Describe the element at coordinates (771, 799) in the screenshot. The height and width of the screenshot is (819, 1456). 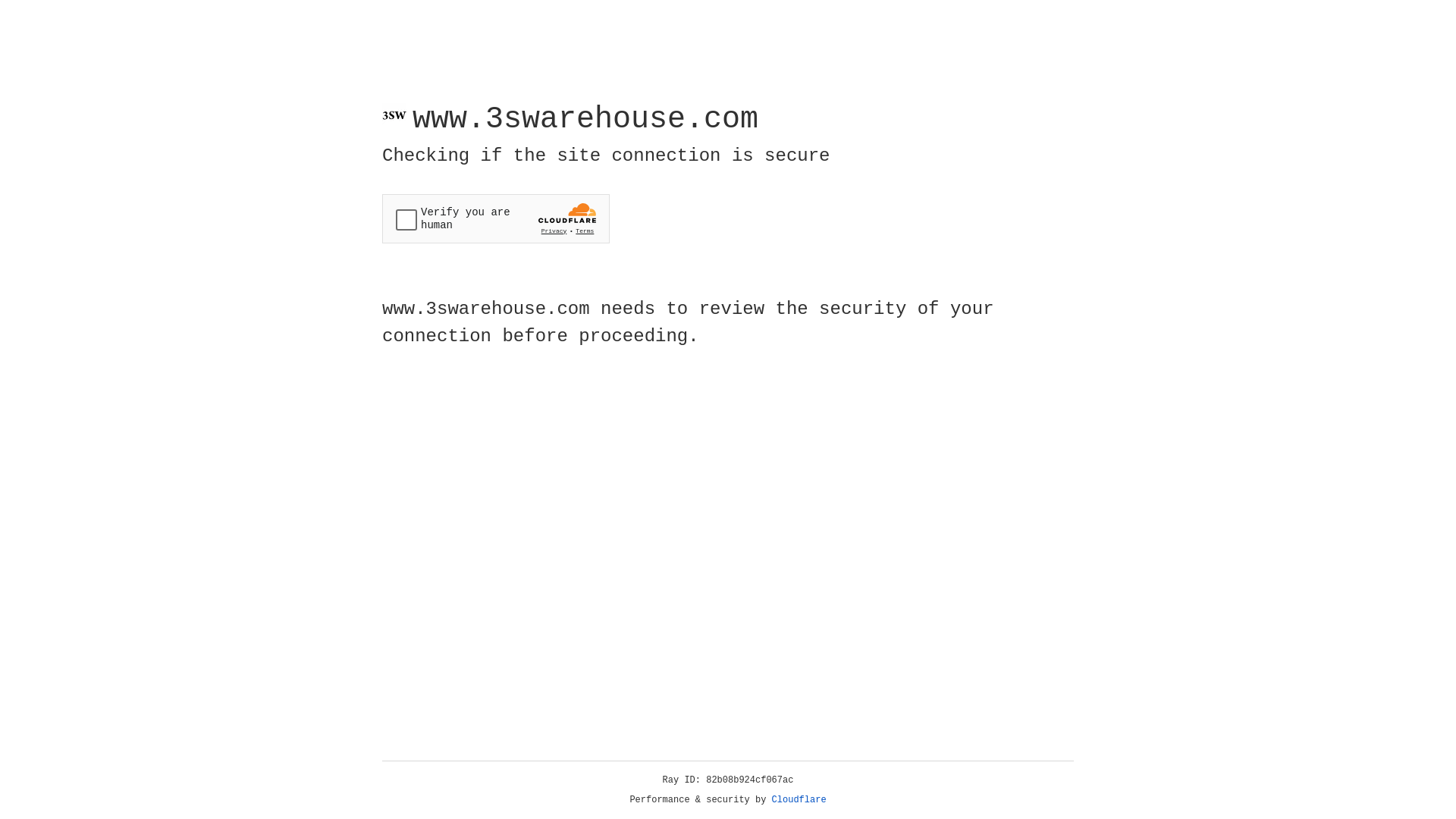
I see `'Cloudflare'` at that location.